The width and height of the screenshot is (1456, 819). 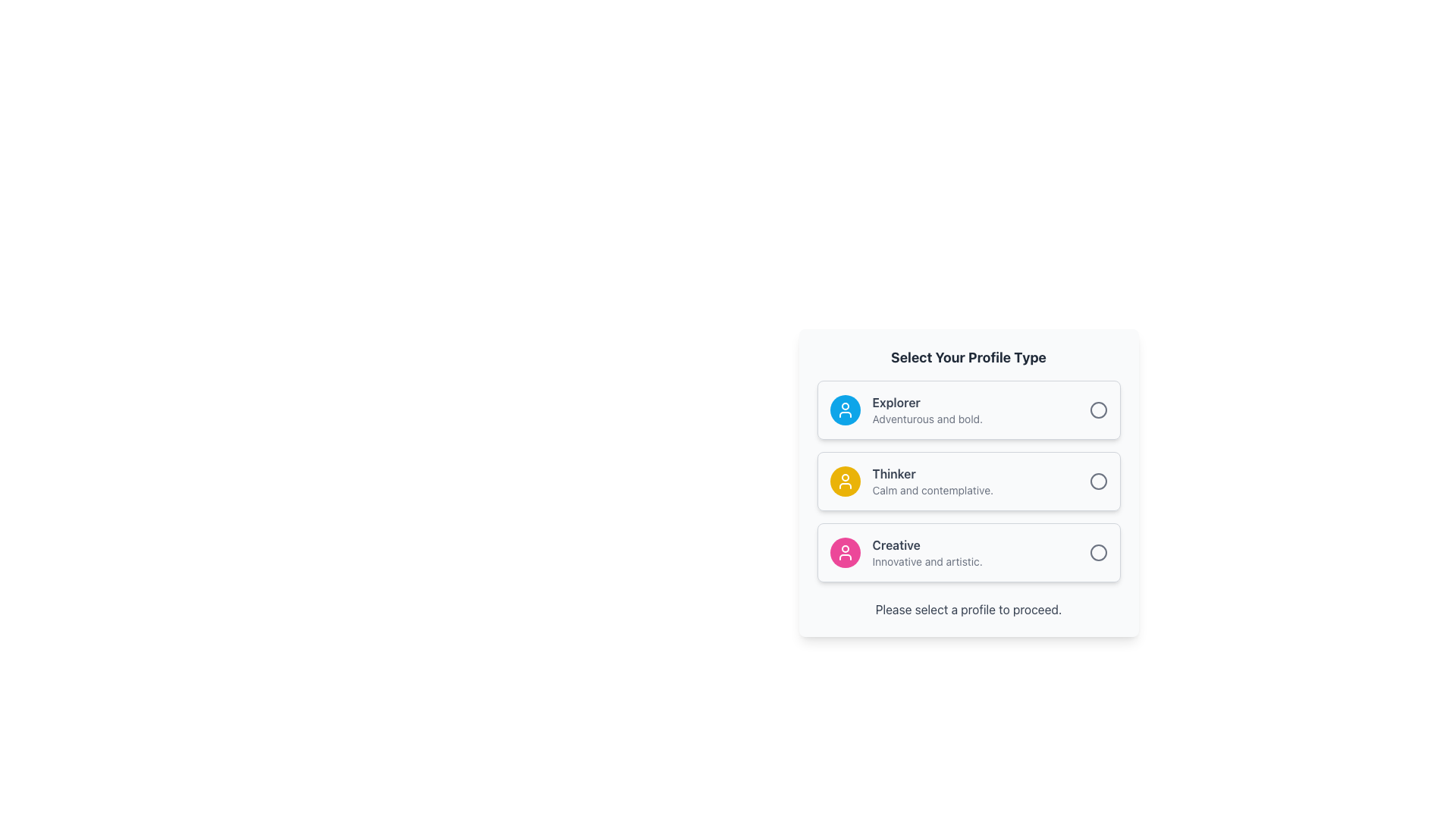 I want to click on the circular icon with a pink background and a white outline of a person, located in the third profile card option next to the text 'Creative', so click(x=844, y=553).